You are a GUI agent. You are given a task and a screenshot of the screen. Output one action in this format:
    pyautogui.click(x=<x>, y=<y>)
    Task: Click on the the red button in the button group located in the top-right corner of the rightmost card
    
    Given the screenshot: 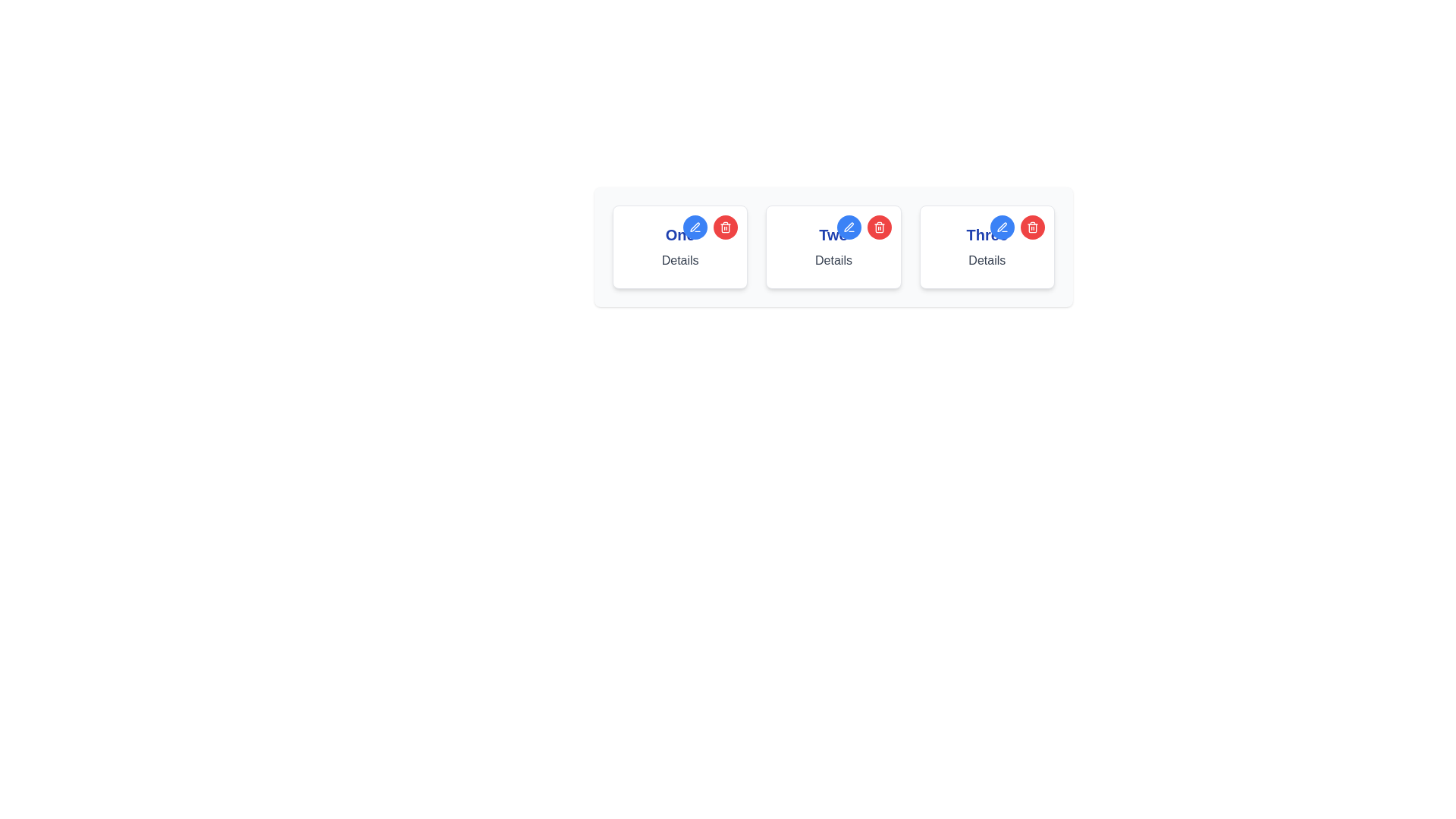 What is the action you would take?
    pyautogui.click(x=1017, y=227)
    